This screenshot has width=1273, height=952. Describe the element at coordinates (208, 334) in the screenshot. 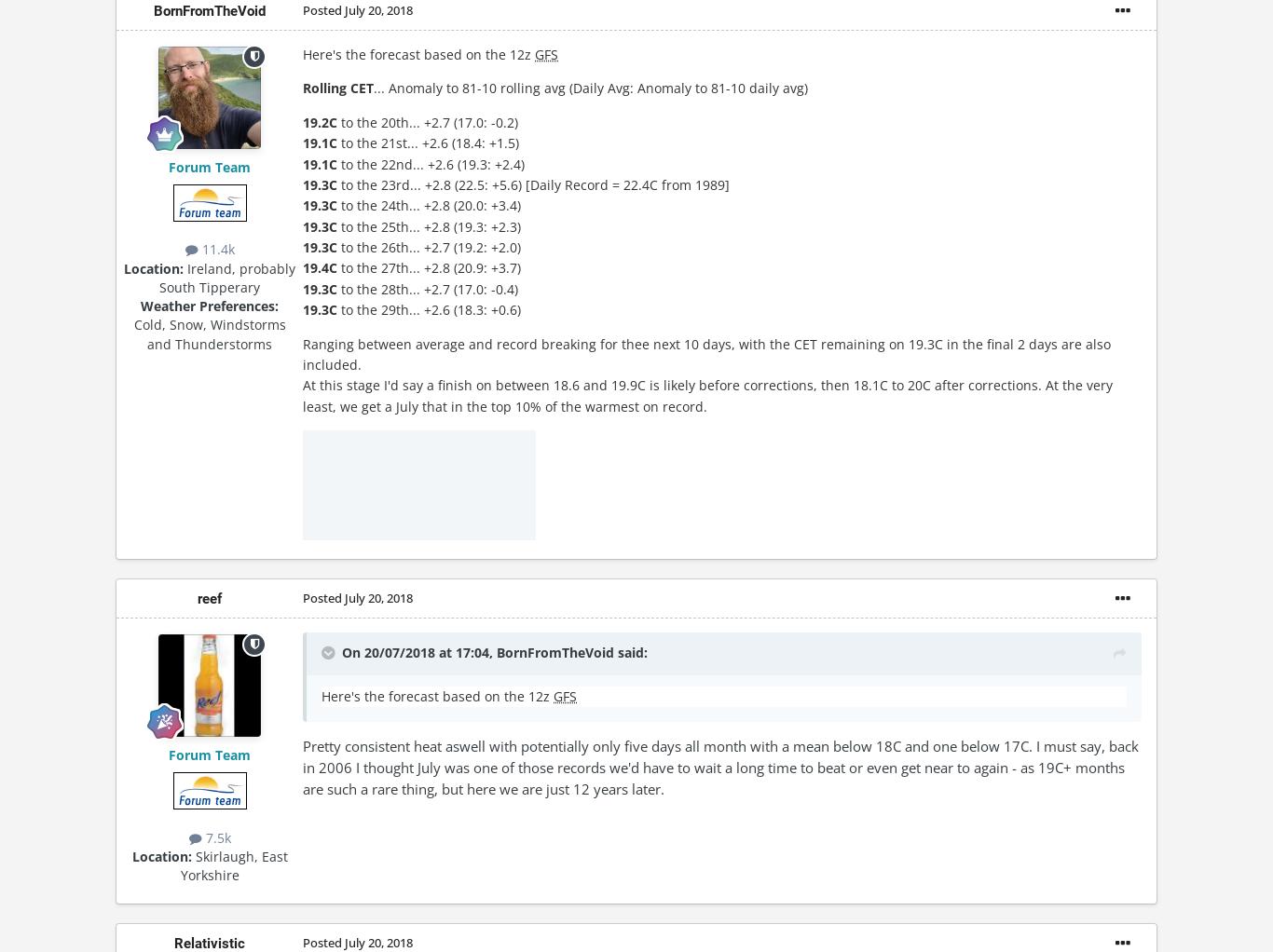

I see `'Cold, Snow, Windstorms and Thunderstorms'` at that location.